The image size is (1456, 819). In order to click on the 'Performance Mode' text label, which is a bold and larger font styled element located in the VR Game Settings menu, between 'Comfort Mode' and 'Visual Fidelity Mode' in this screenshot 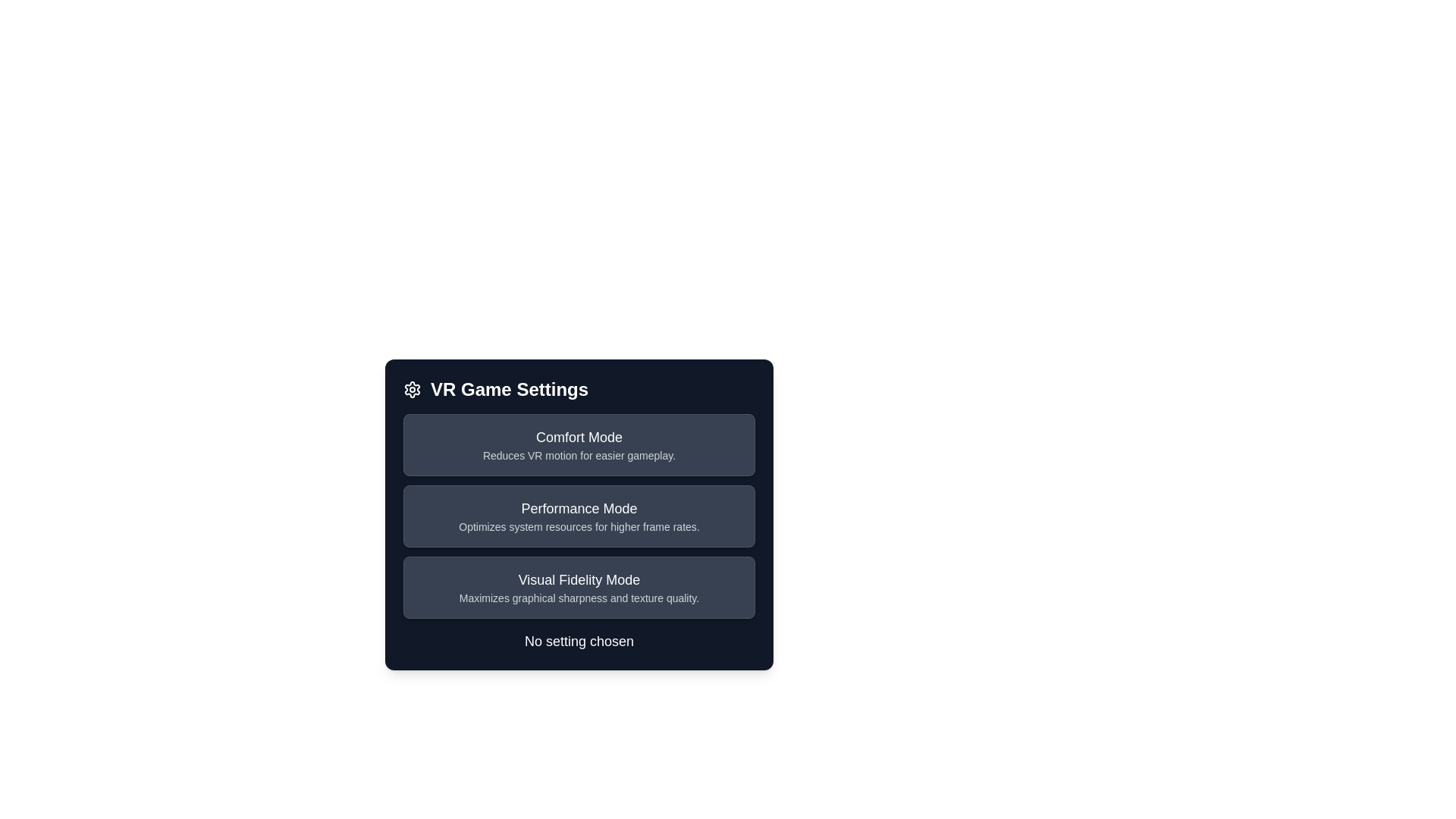, I will do `click(578, 509)`.